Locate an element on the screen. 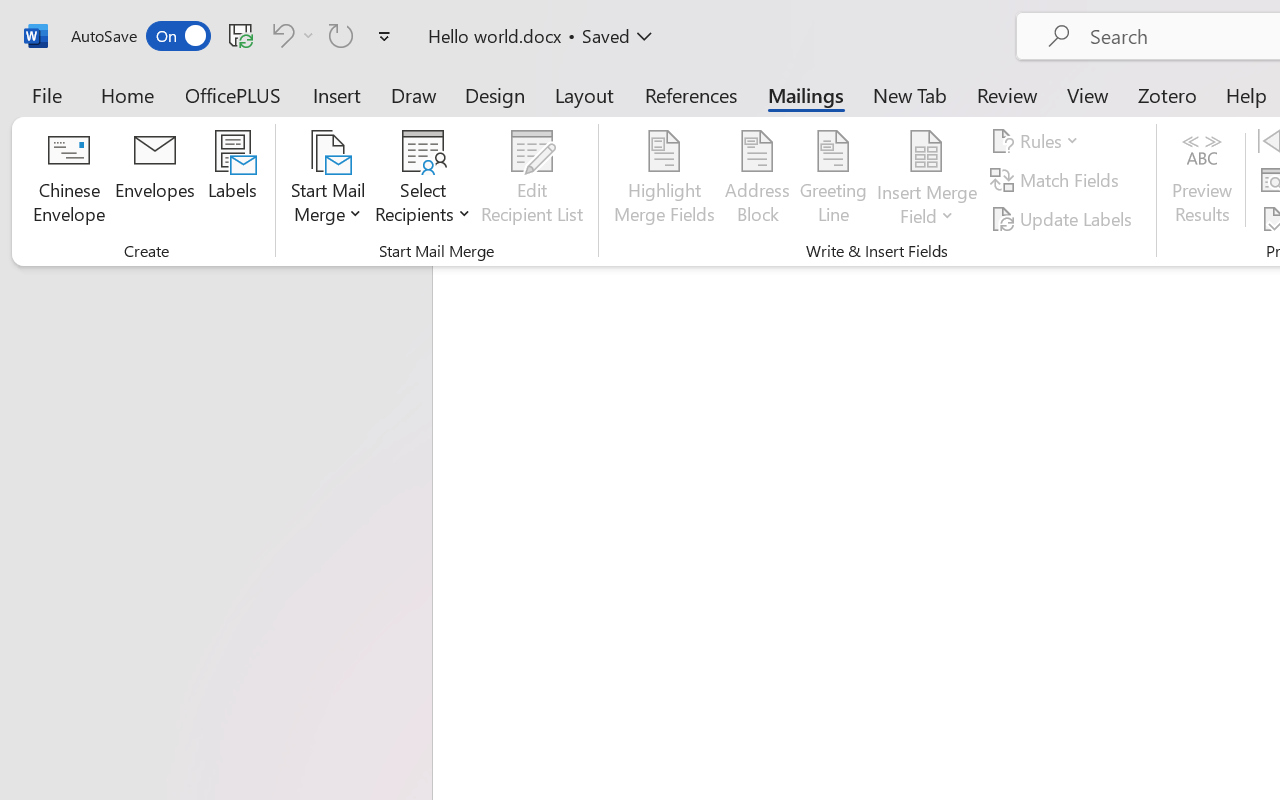  'Home' is located at coordinates (127, 94).